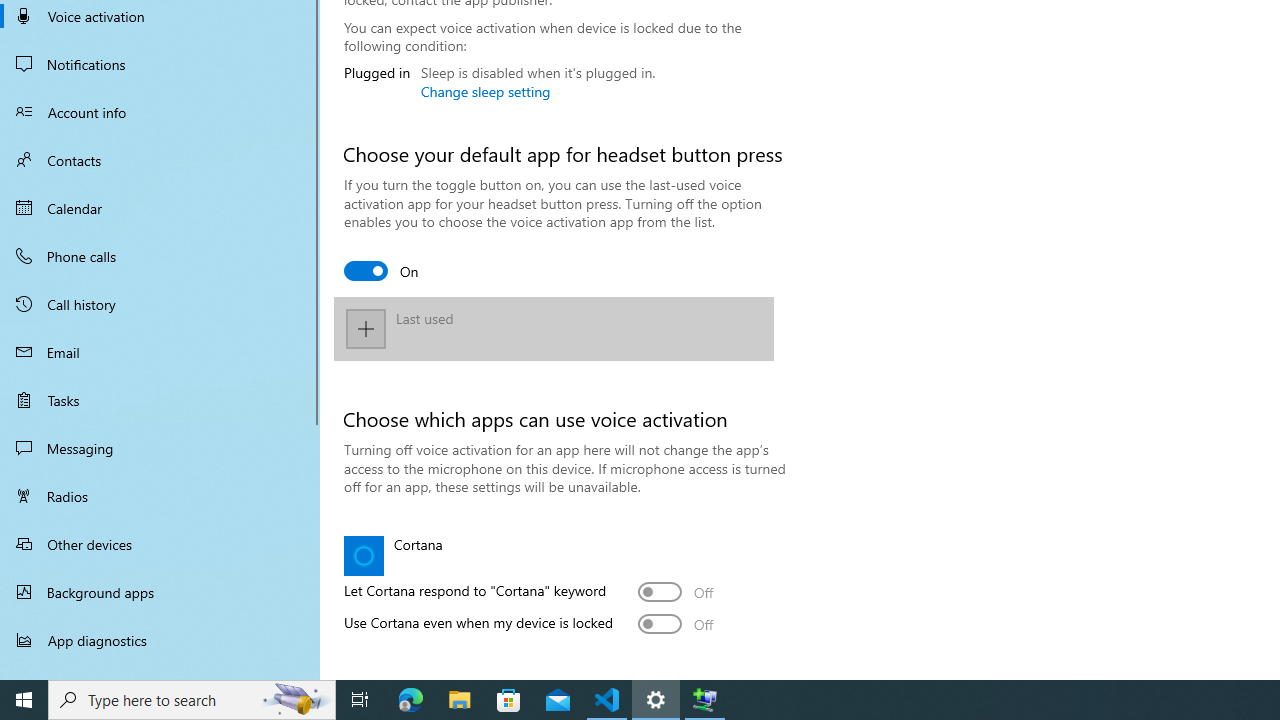 The width and height of the screenshot is (1280, 720). I want to click on 'Contacts', so click(160, 159).